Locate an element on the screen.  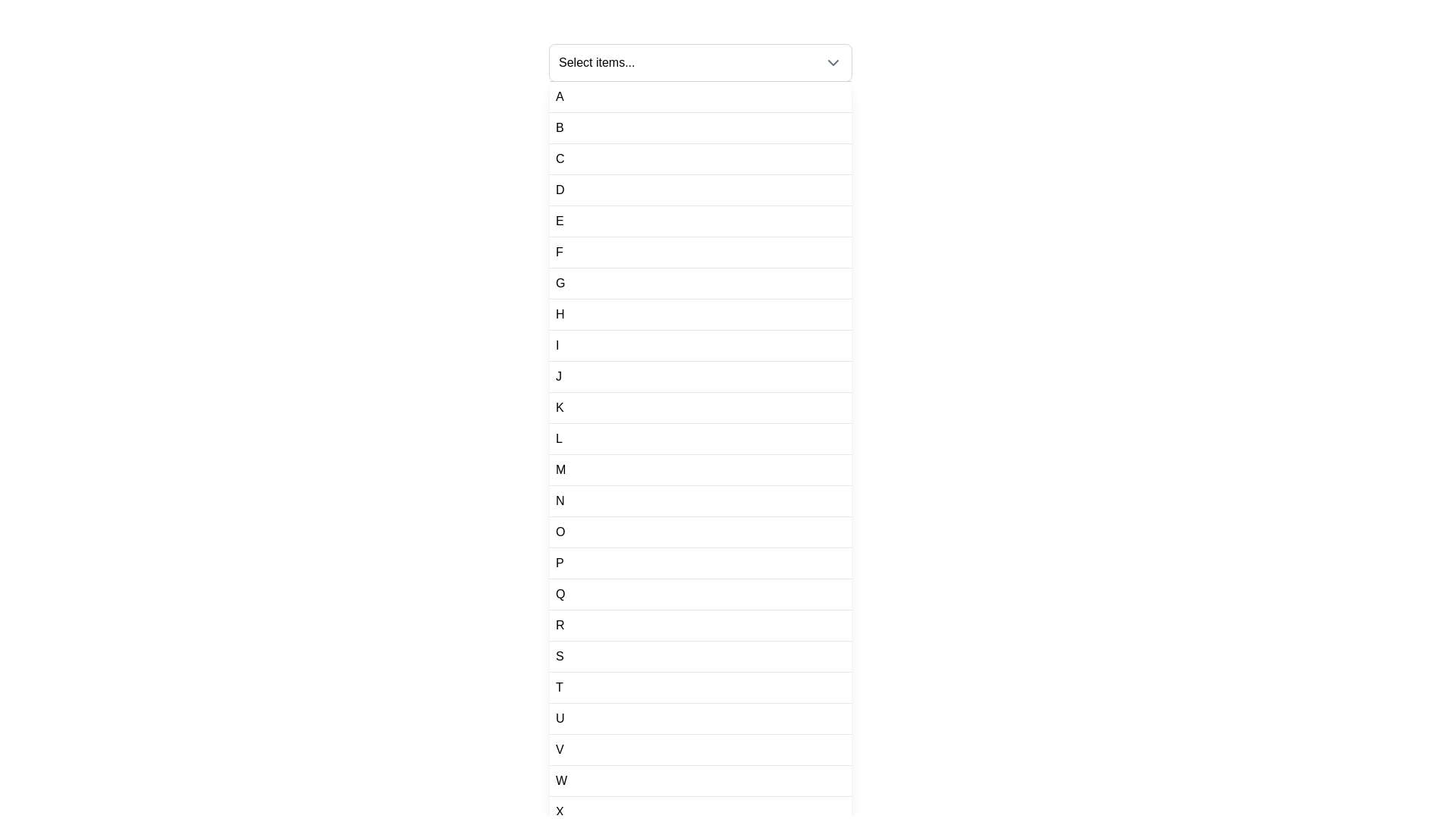
the 14th item is located at coordinates (700, 501).